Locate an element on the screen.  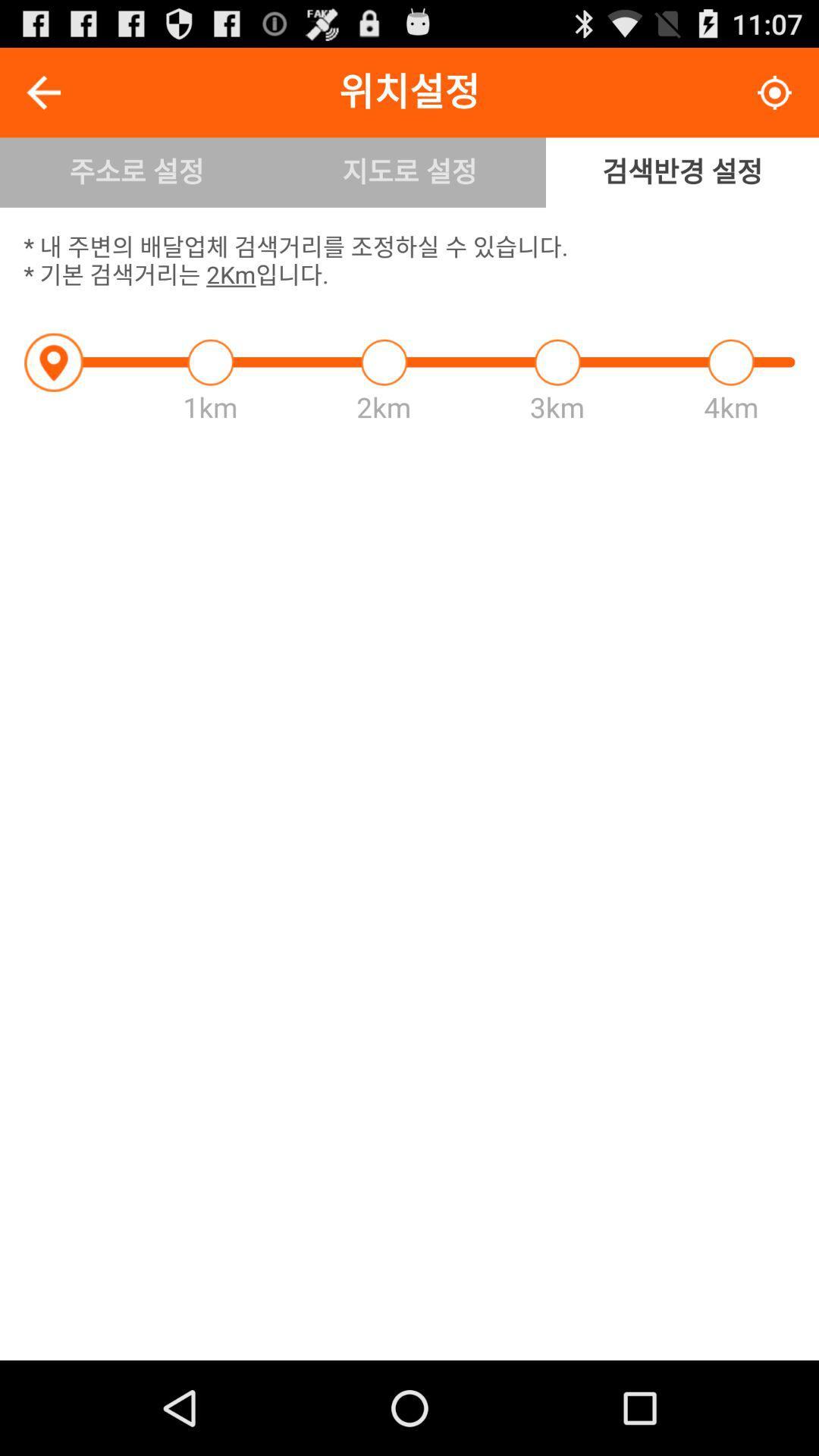
the location_crosshair icon is located at coordinates (774, 98).